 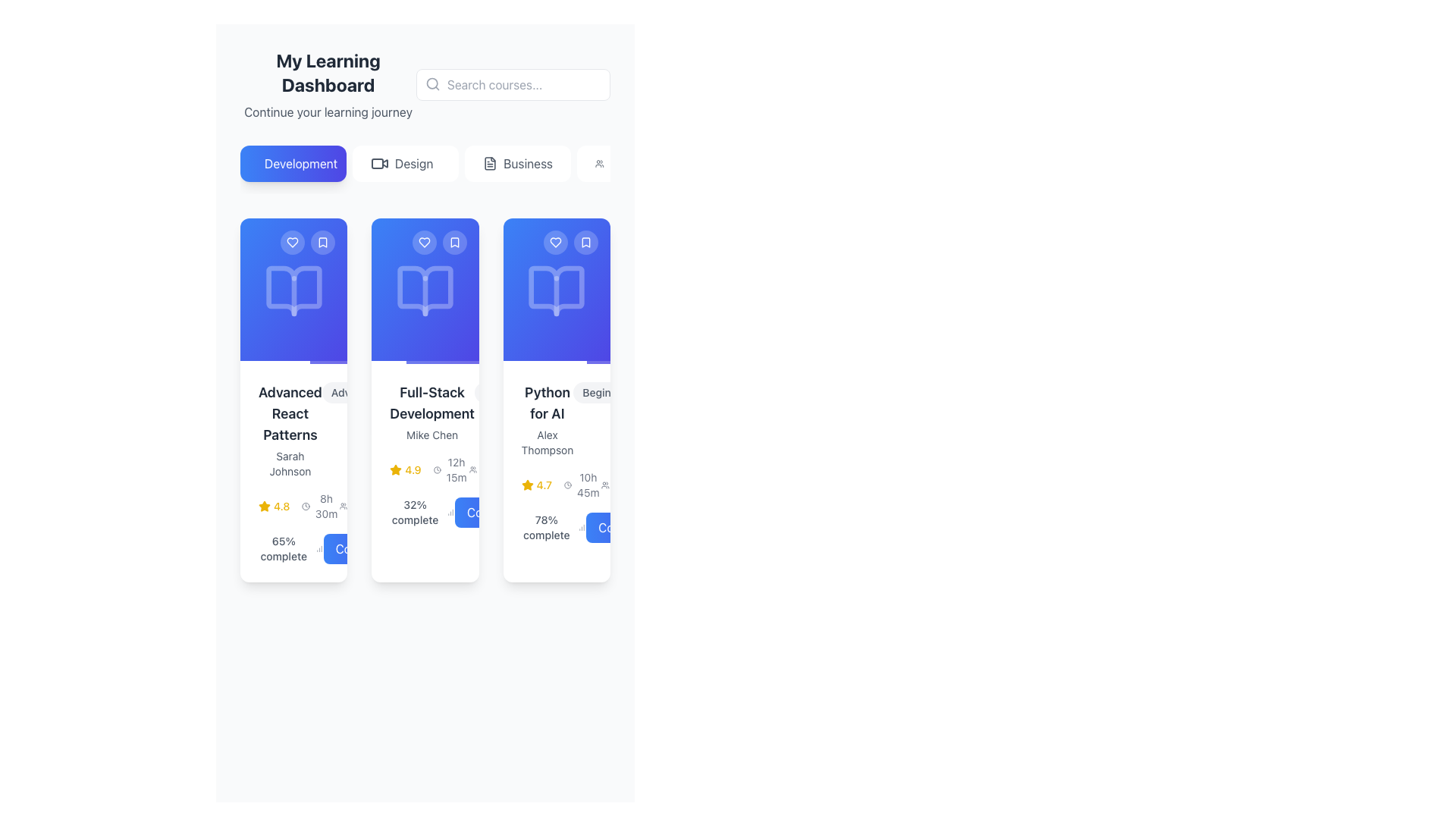 What do you see at coordinates (546, 442) in the screenshot?
I see `the label indicating the author or instructor of the course 'Python for AI', which is centrally aligned underneath the course title in the rightmost card` at bounding box center [546, 442].